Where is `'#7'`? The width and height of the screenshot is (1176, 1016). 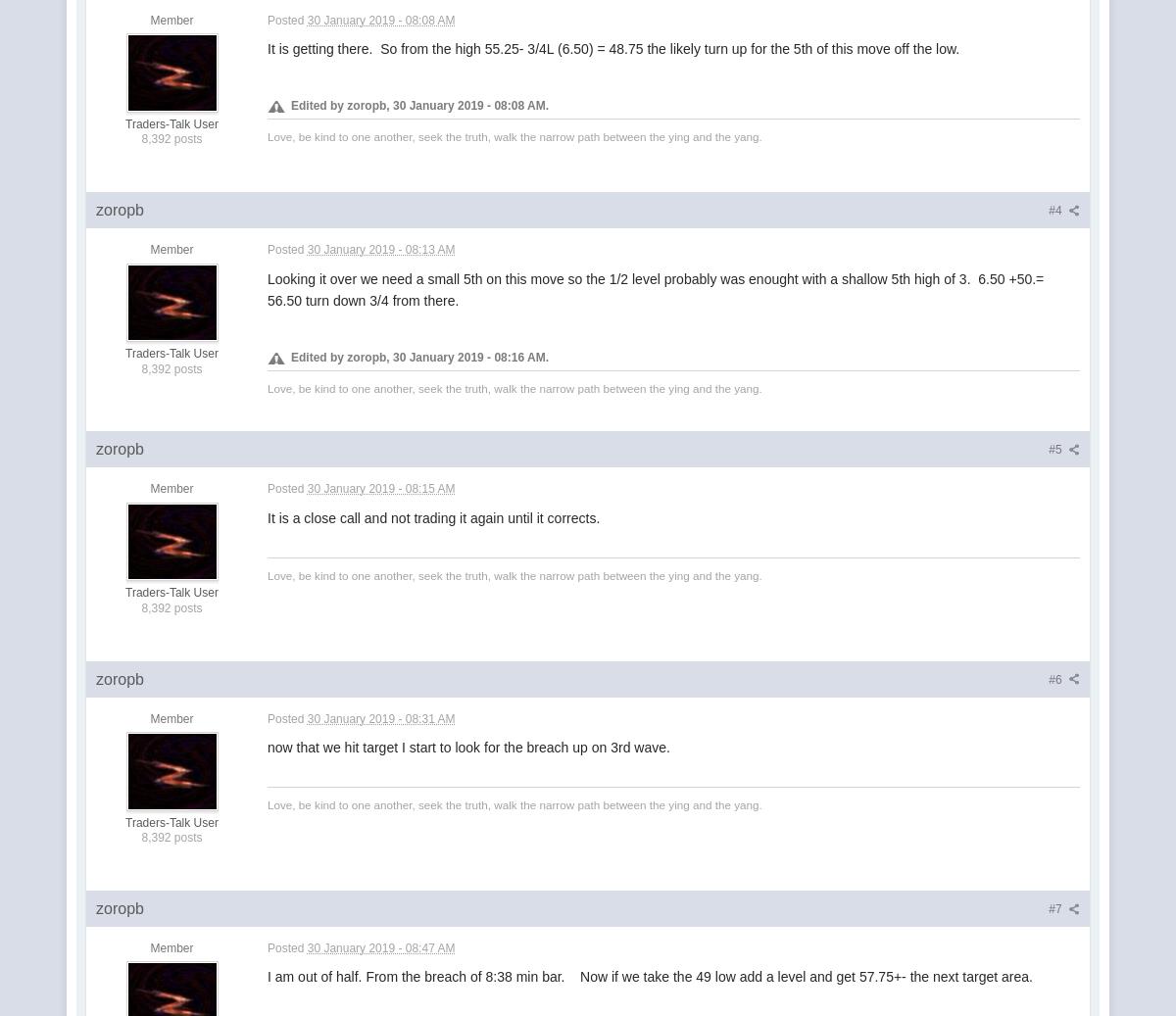
'#7' is located at coordinates (1055, 907).